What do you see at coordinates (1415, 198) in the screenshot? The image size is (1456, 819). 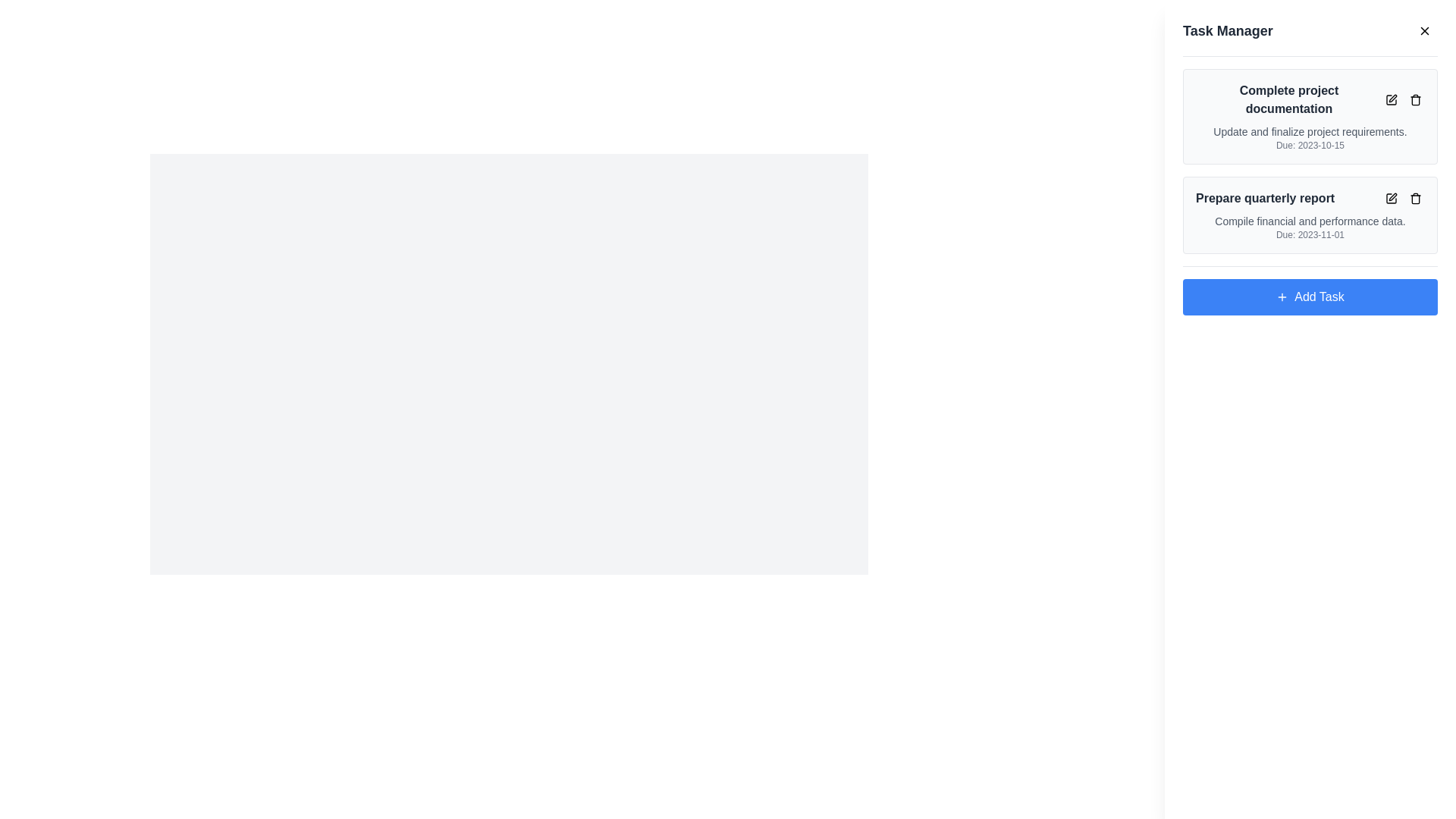 I see `the trash can icon button located at the top-right corner of the 'Prepare quarterly report' task entry` at bounding box center [1415, 198].